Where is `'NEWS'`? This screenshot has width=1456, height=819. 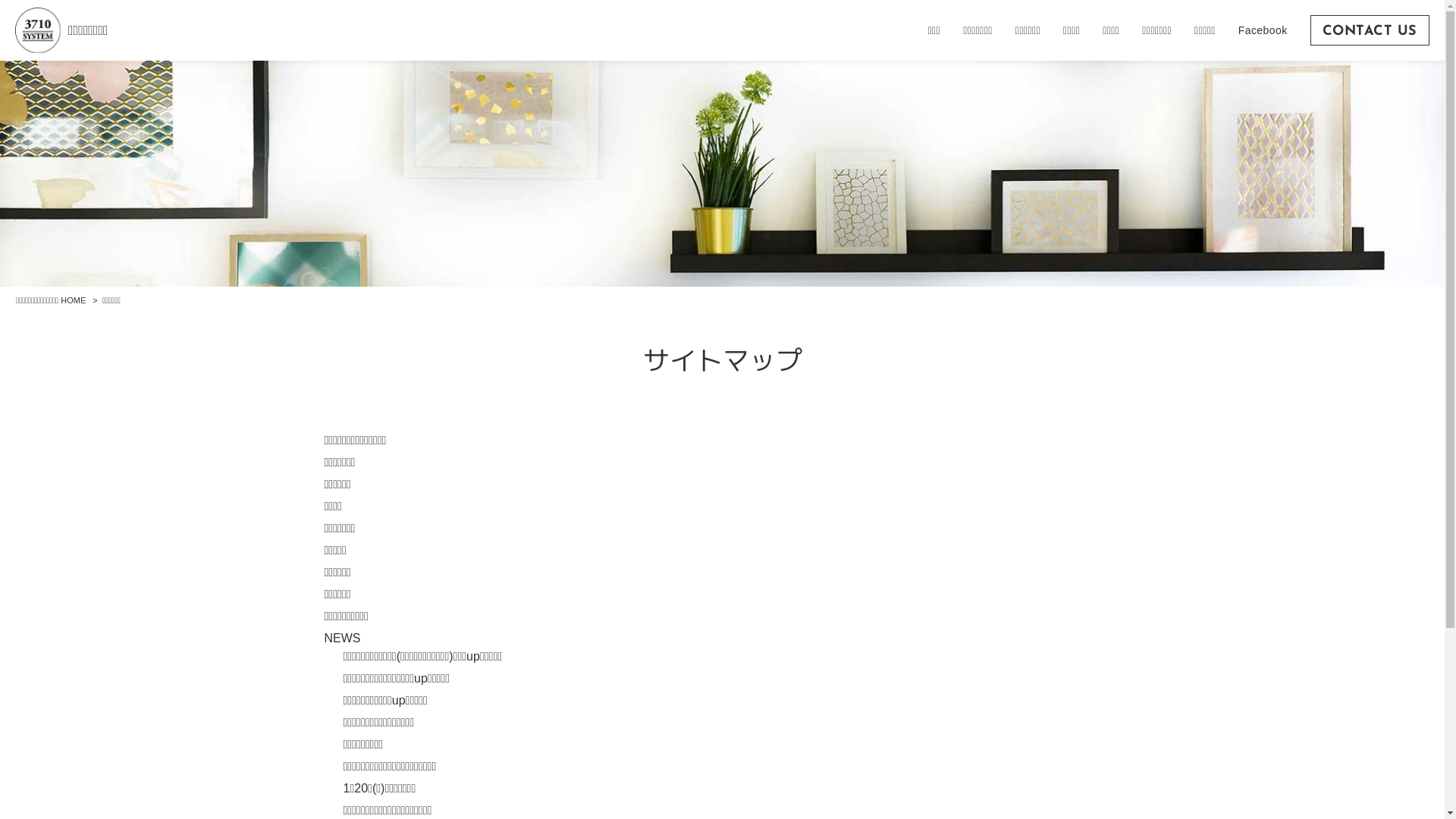
'NEWS' is located at coordinates (341, 638).